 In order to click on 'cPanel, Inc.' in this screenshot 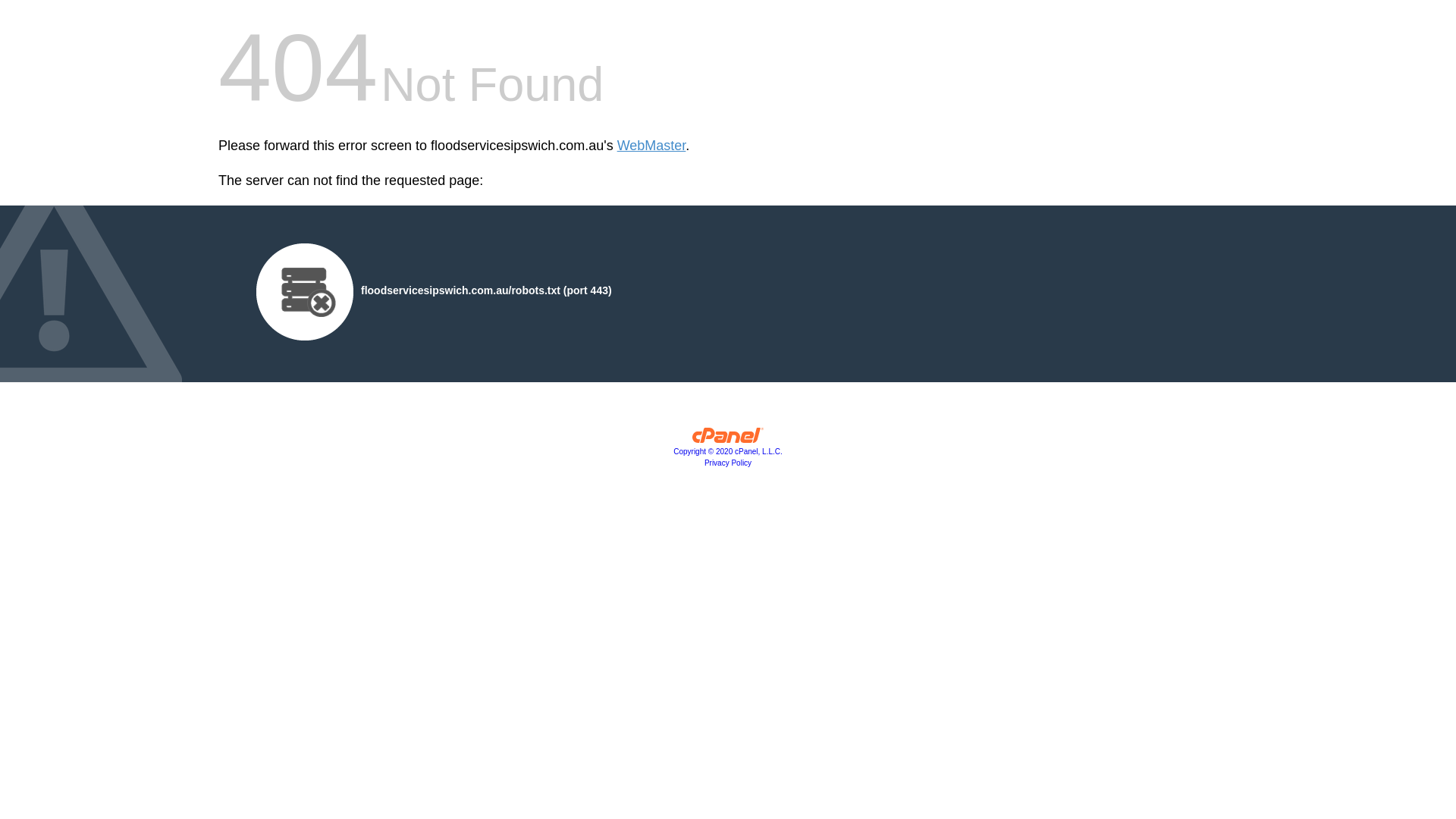, I will do `click(691, 438)`.